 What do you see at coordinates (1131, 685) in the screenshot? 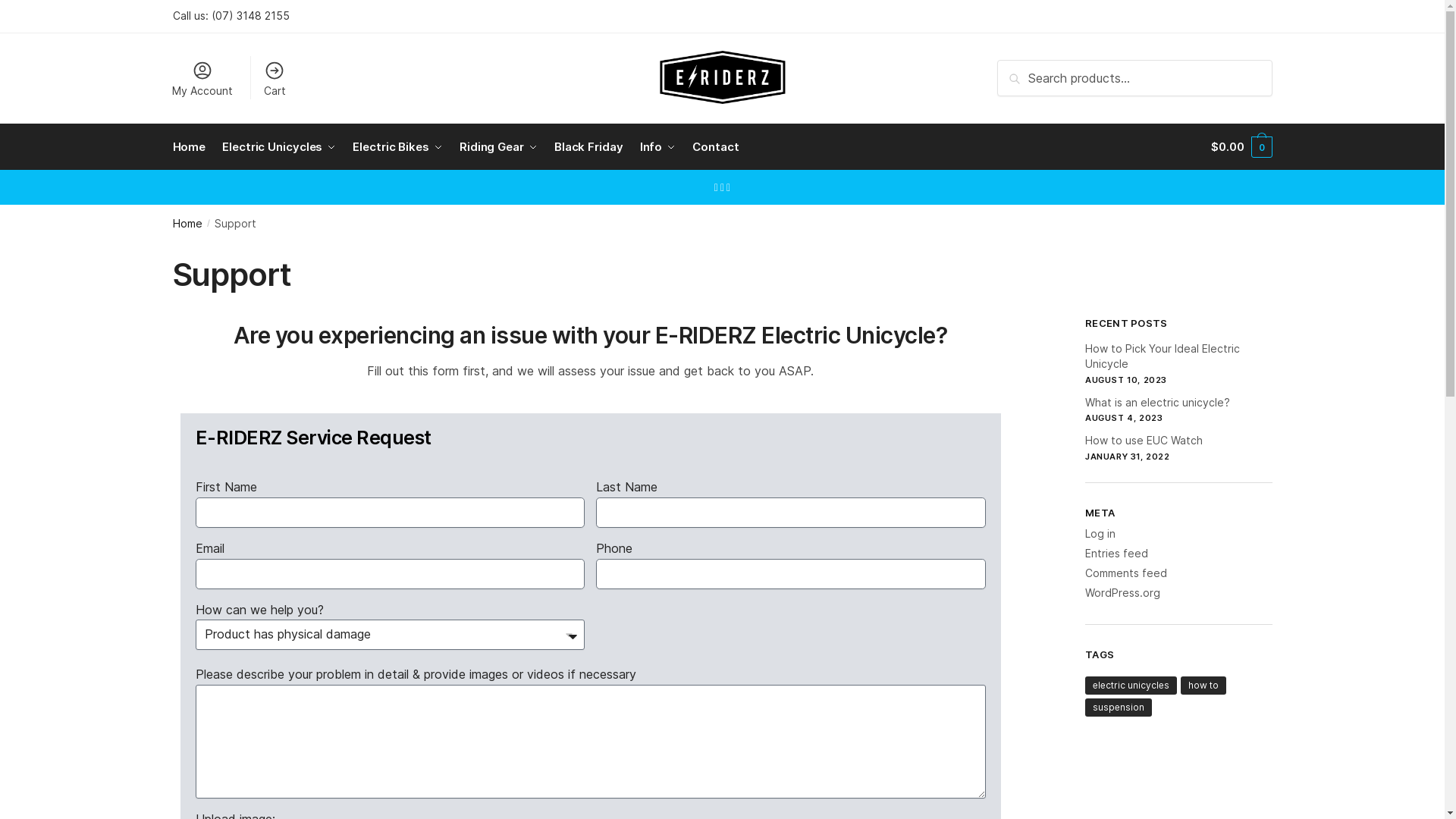
I see `'electric unicycles'` at bounding box center [1131, 685].